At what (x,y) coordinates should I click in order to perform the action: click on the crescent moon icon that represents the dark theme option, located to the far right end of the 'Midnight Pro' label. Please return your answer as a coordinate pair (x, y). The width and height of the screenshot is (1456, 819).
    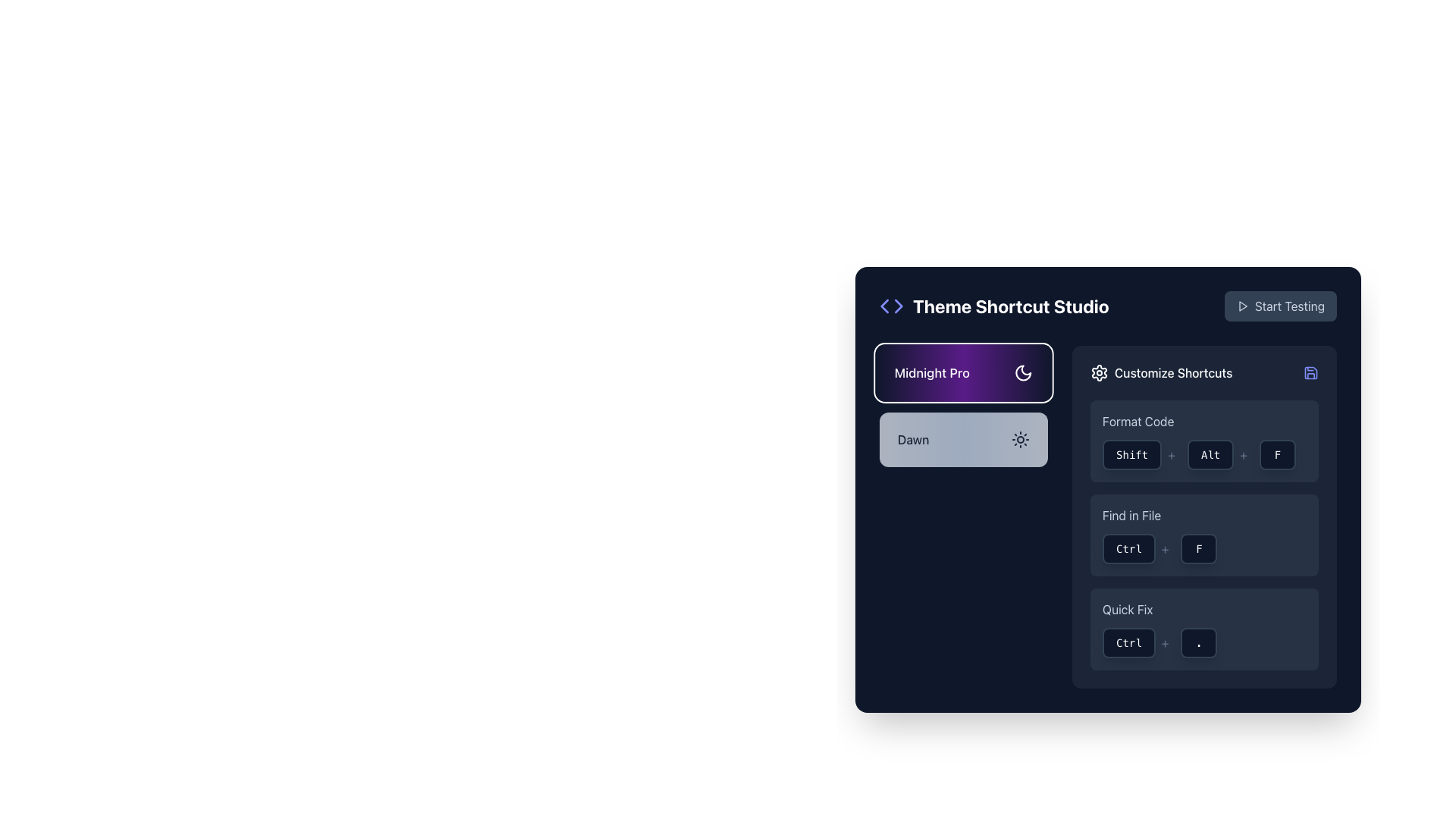
    Looking at the image, I should click on (1023, 373).